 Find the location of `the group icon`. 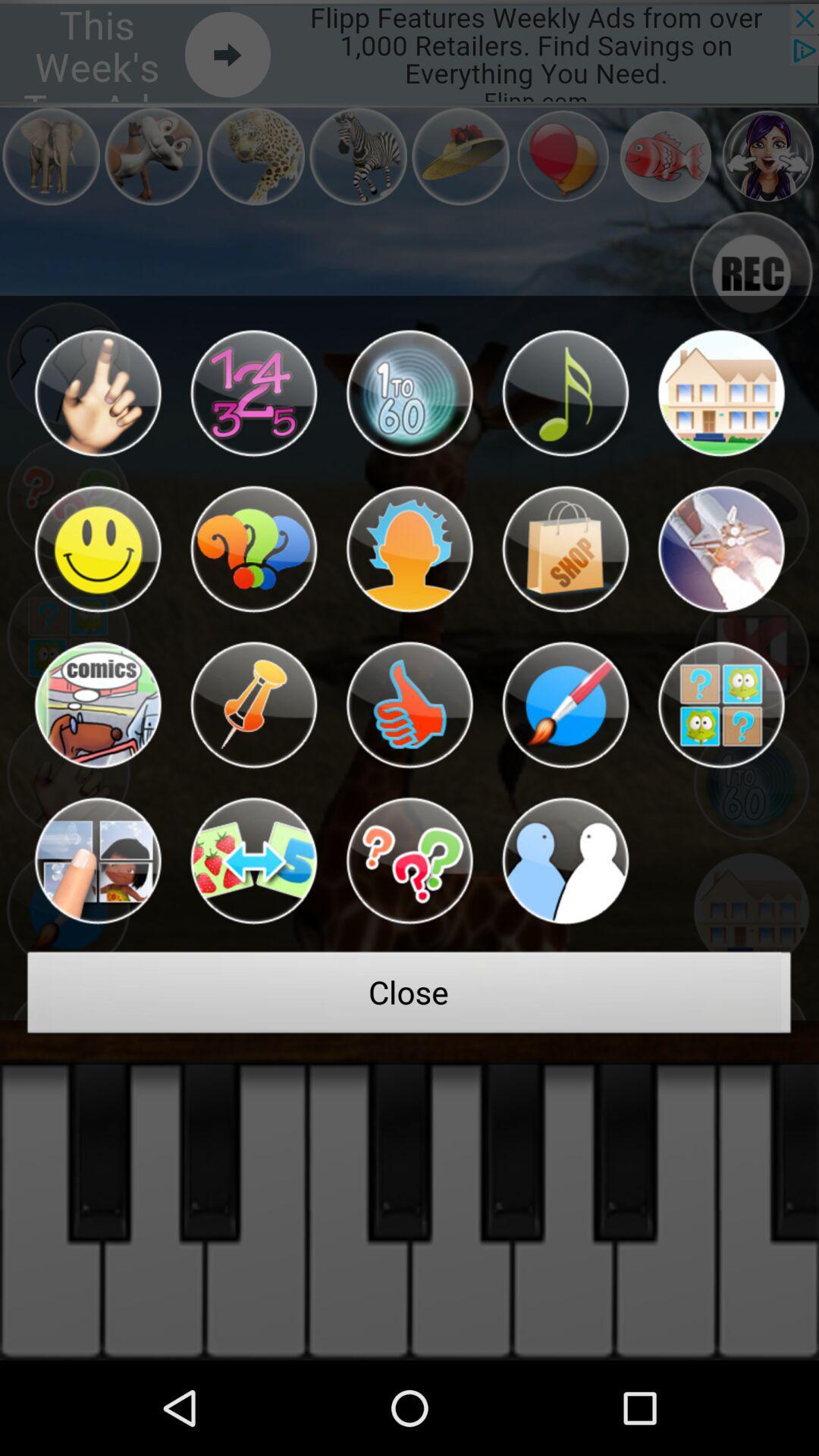

the group icon is located at coordinates (565, 921).